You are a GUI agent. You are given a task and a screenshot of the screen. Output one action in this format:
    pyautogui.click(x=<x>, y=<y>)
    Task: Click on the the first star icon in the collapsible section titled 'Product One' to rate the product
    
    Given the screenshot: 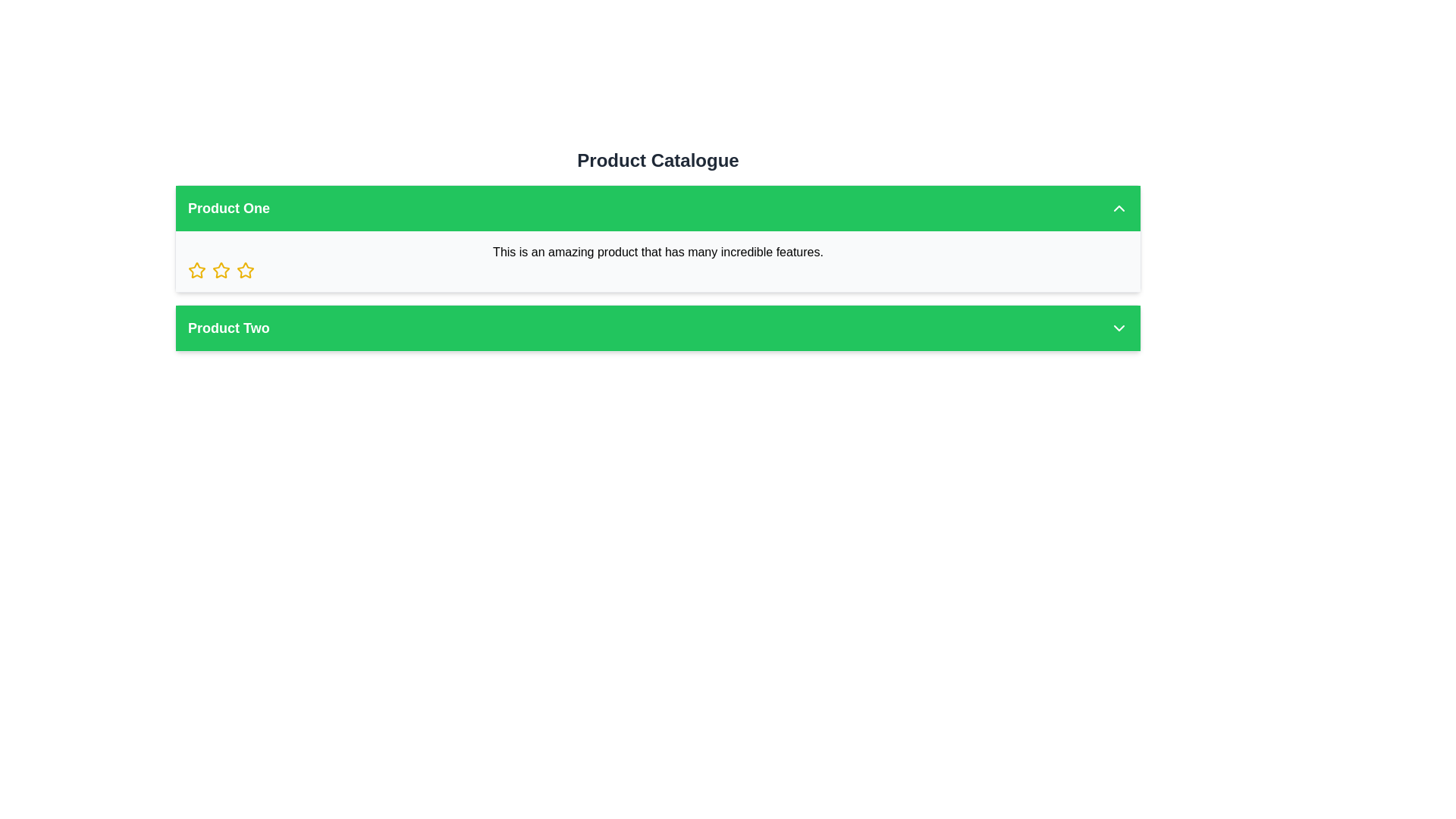 What is the action you would take?
    pyautogui.click(x=196, y=270)
    